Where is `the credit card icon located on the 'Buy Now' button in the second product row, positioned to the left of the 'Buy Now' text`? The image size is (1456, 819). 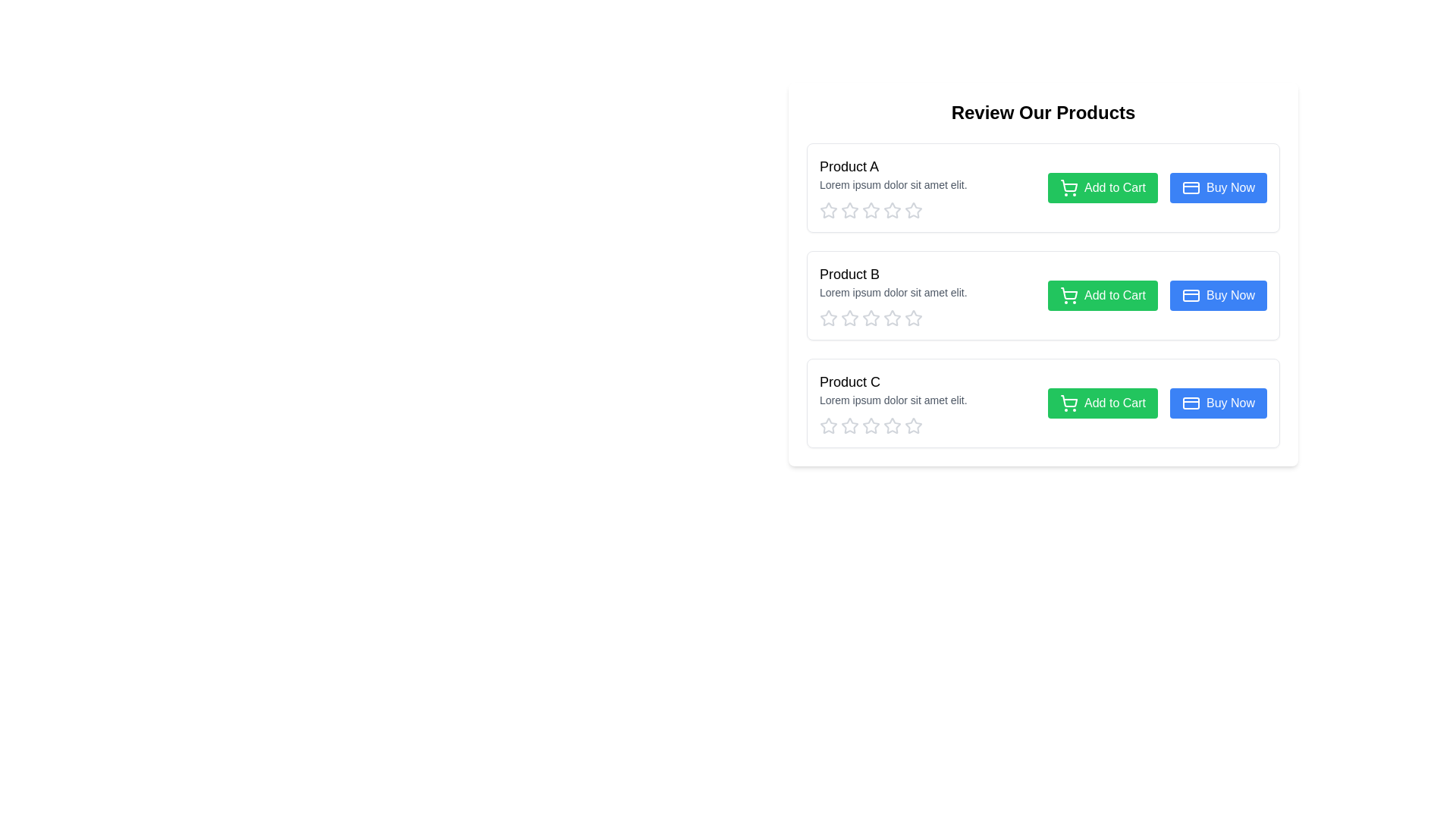
the credit card icon located on the 'Buy Now' button in the second product row, positioned to the left of the 'Buy Now' text is located at coordinates (1190, 295).